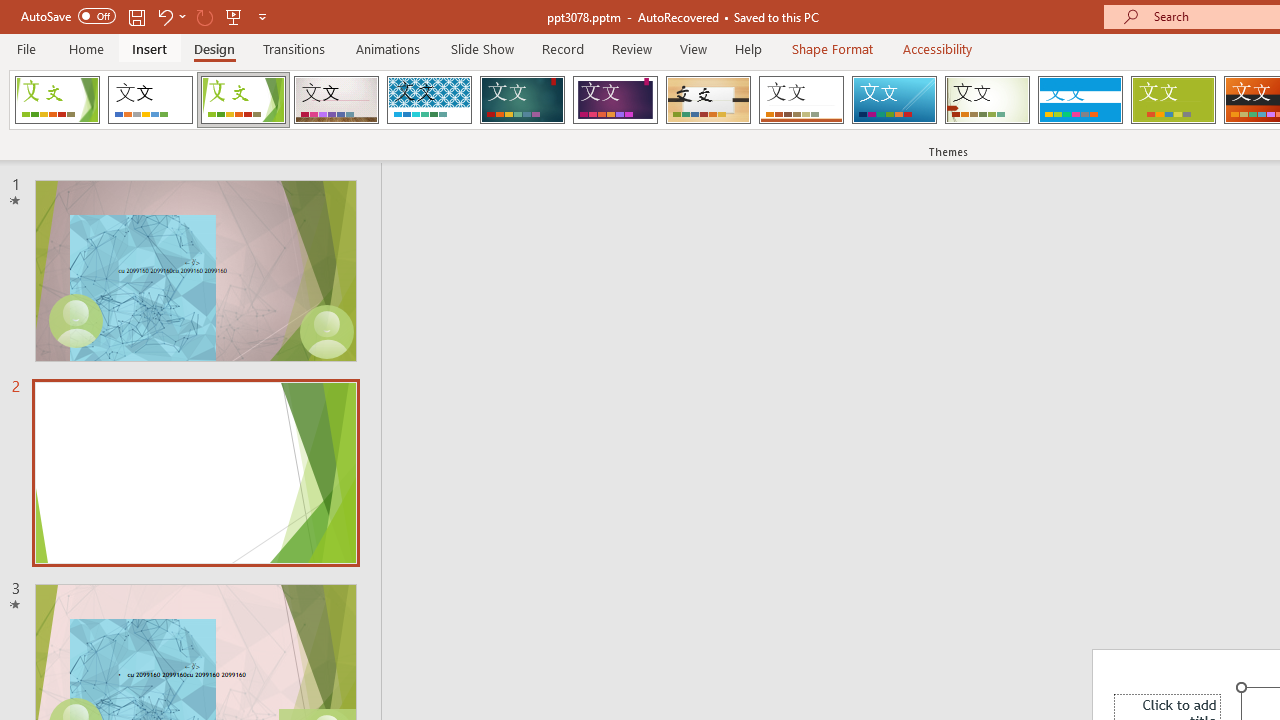 This screenshot has height=720, width=1280. Describe the element at coordinates (428, 100) in the screenshot. I see `'Integral'` at that location.